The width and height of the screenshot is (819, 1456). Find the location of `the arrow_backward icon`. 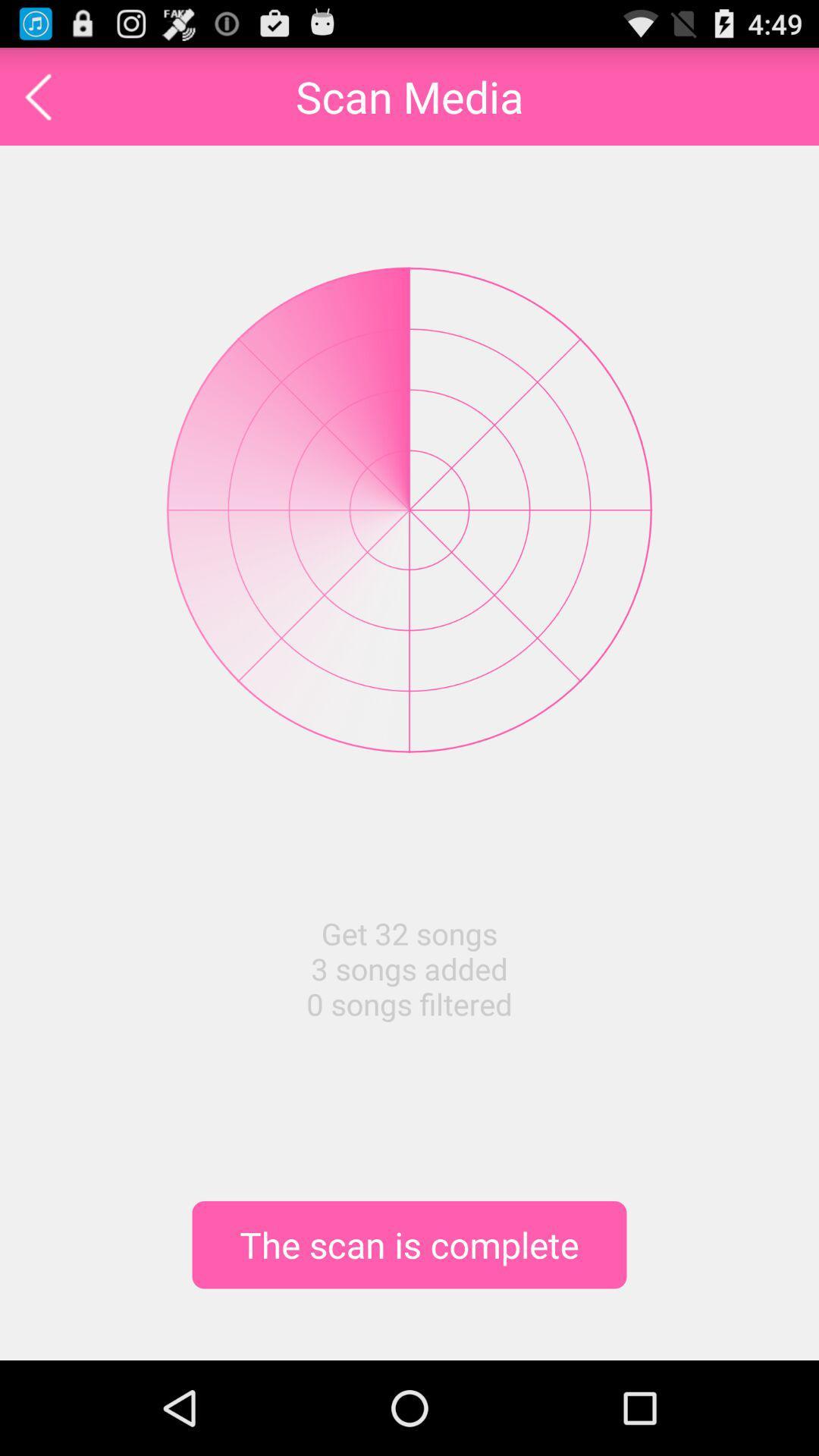

the arrow_backward icon is located at coordinates (37, 102).